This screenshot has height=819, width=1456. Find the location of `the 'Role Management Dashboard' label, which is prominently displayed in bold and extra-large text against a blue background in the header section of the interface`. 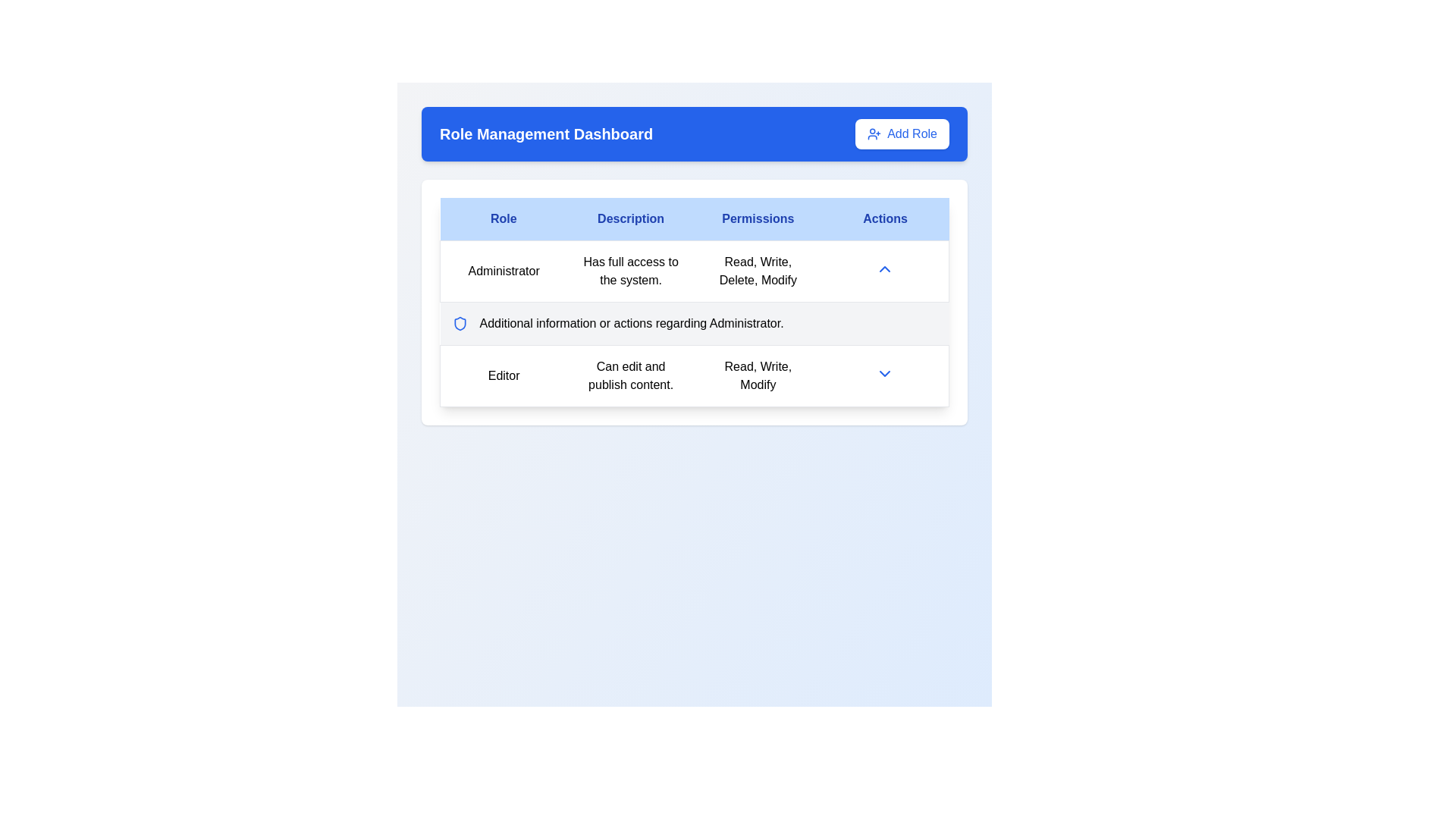

the 'Role Management Dashboard' label, which is prominently displayed in bold and extra-large text against a blue background in the header section of the interface is located at coordinates (546, 133).